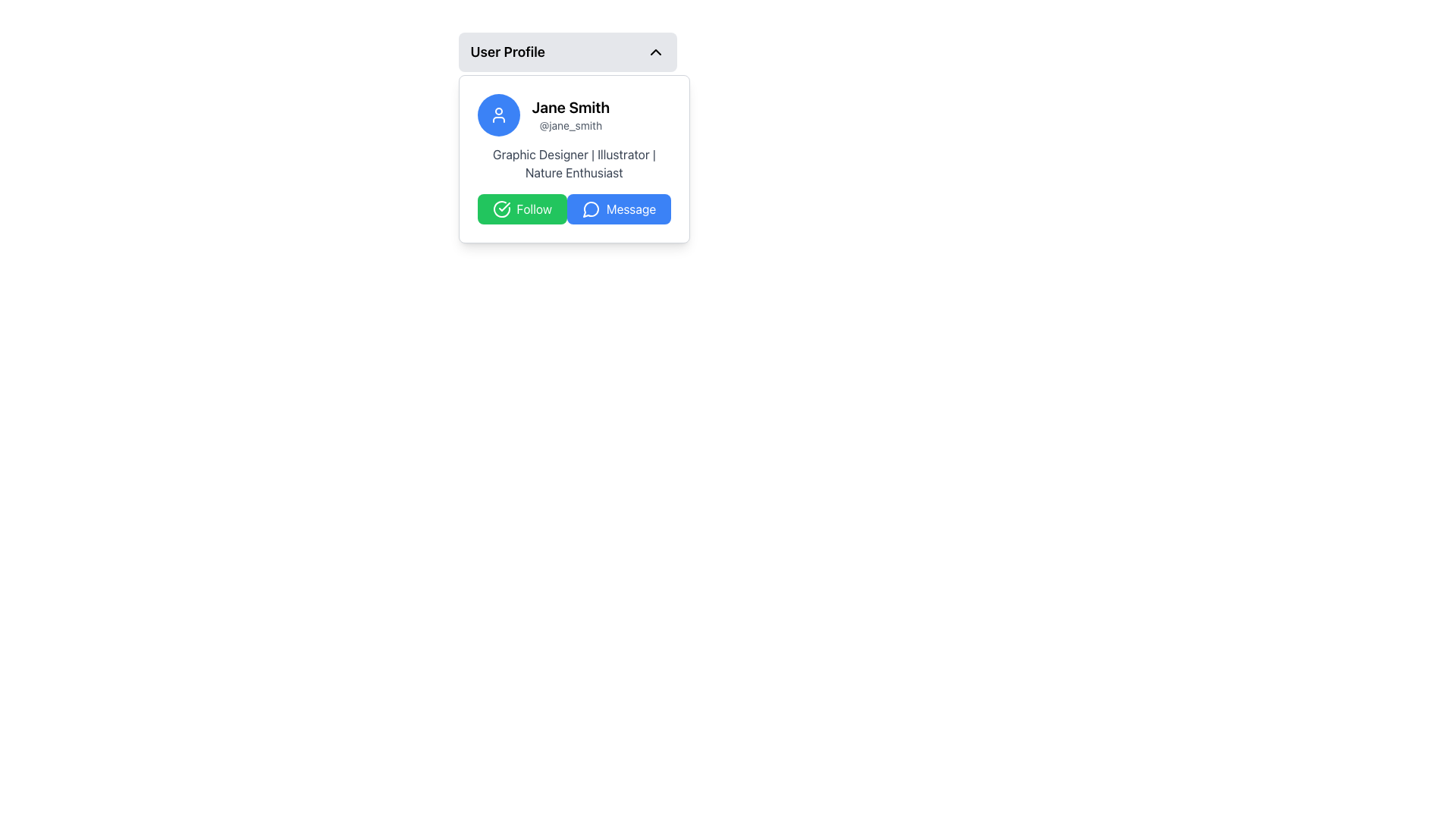 This screenshot has height=819, width=1456. Describe the element at coordinates (573, 114) in the screenshot. I see `the user profile text display for 'Jane Smith' and '@jane_smith' to potentially trigger user-related actions or navigation` at that location.